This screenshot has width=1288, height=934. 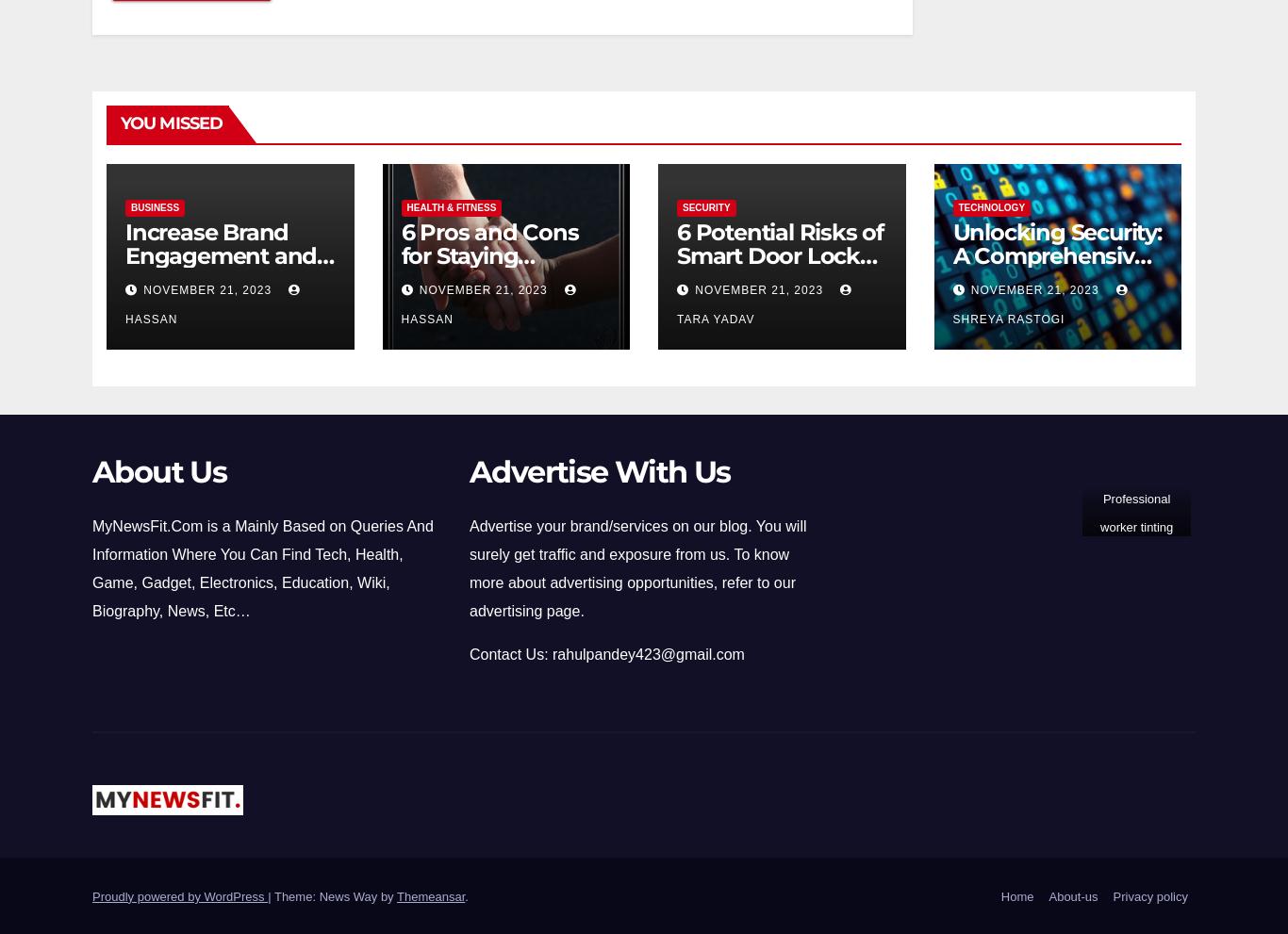 What do you see at coordinates (1135, 540) in the screenshot?
I see `'Professional worker tinting window with foil indoors'` at bounding box center [1135, 540].